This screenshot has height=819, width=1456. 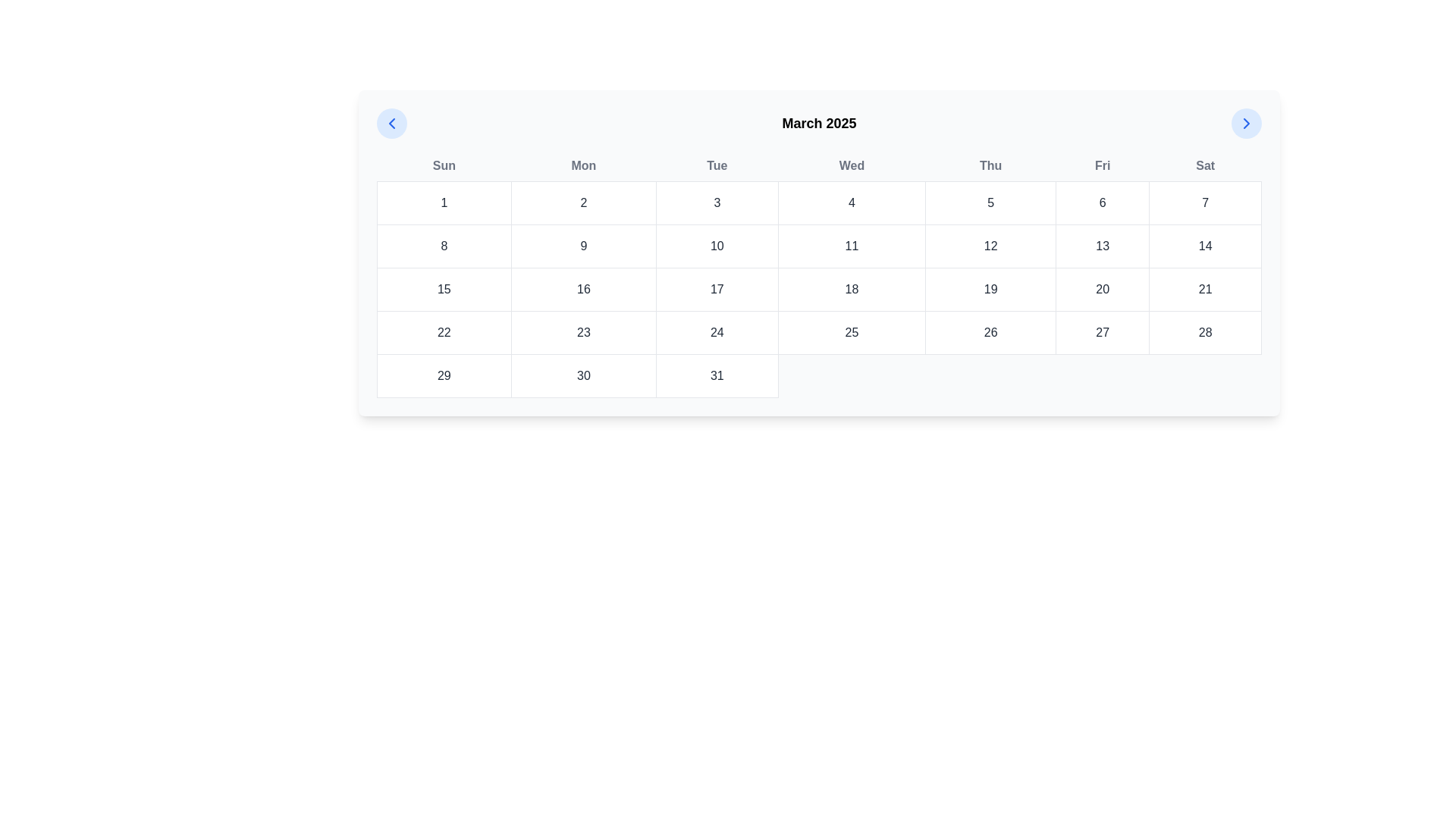 What do you see at coordinates (1204, 202) in the screenshot?
I see `the selectable calendar day box containing the number '7'` at bounding box center [1204, 202].